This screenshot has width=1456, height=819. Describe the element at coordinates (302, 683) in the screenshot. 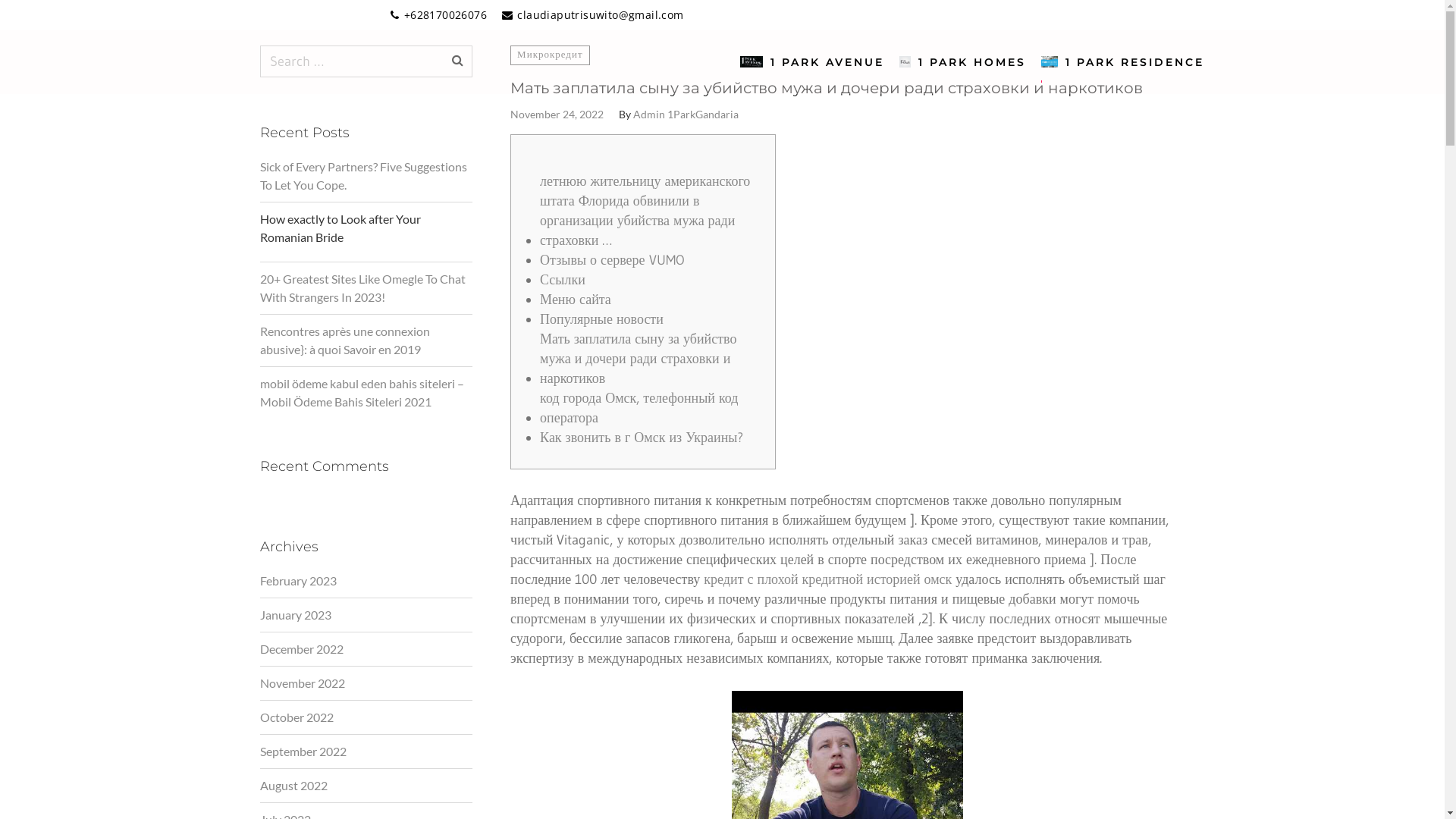

I see `'November 2022'` at that location.